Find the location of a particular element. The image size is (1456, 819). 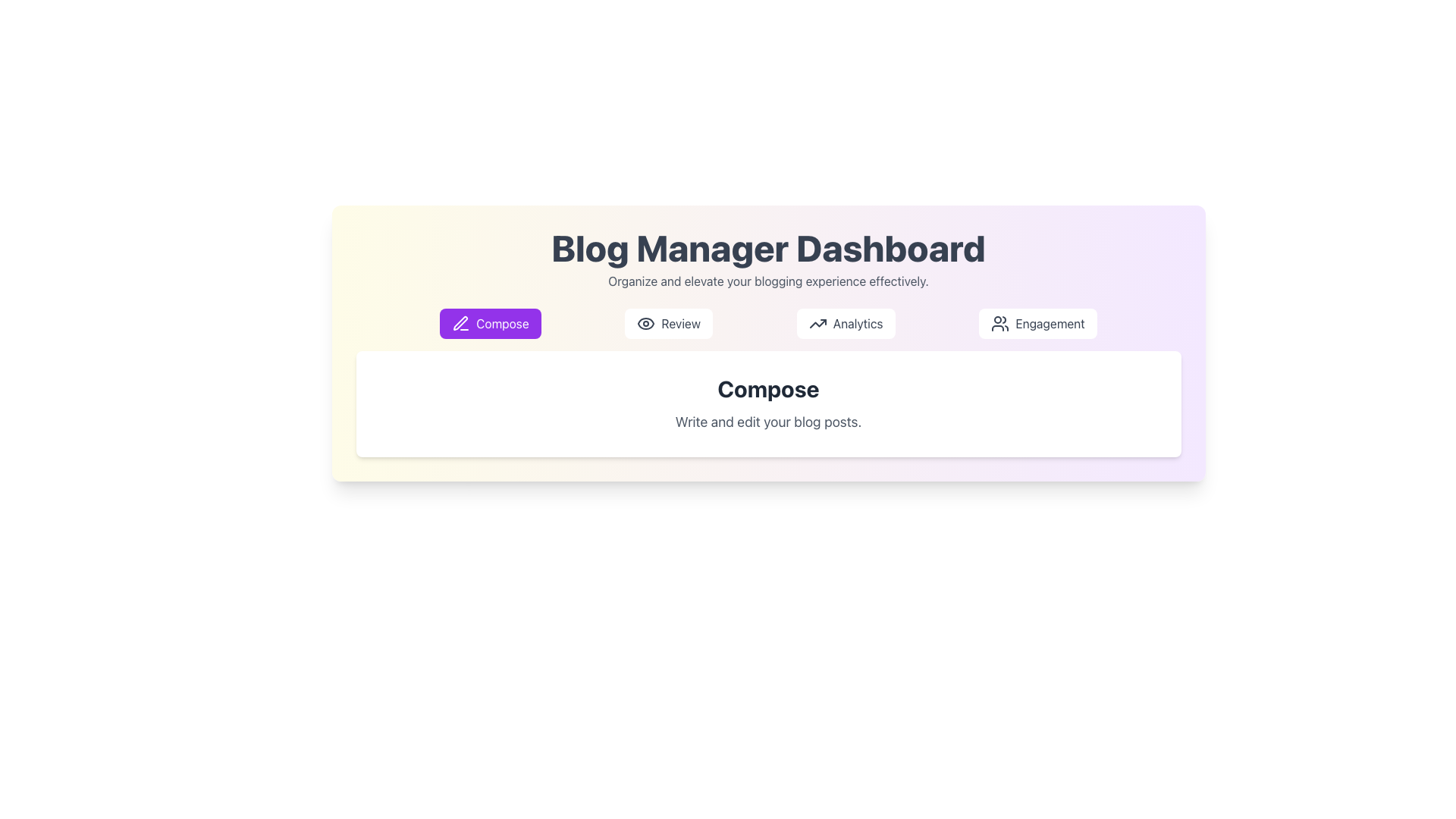

the 'Engagement' navigation label, which is located on the far right of the navigation bar and is associated with a user-group icon is located at coordinates (1050, 323).